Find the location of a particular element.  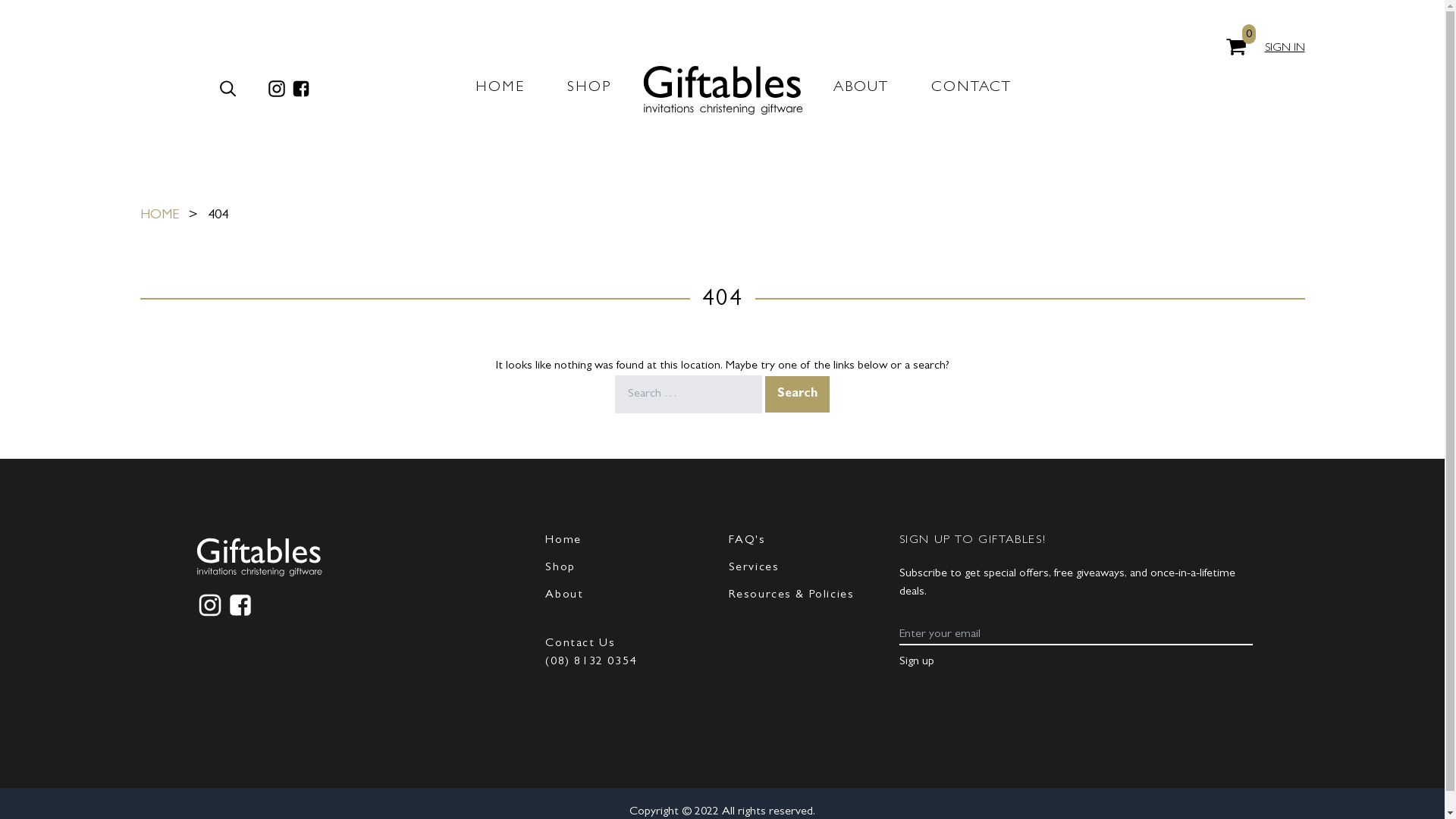

'FAQ's' is located at coordinates (746, 540).